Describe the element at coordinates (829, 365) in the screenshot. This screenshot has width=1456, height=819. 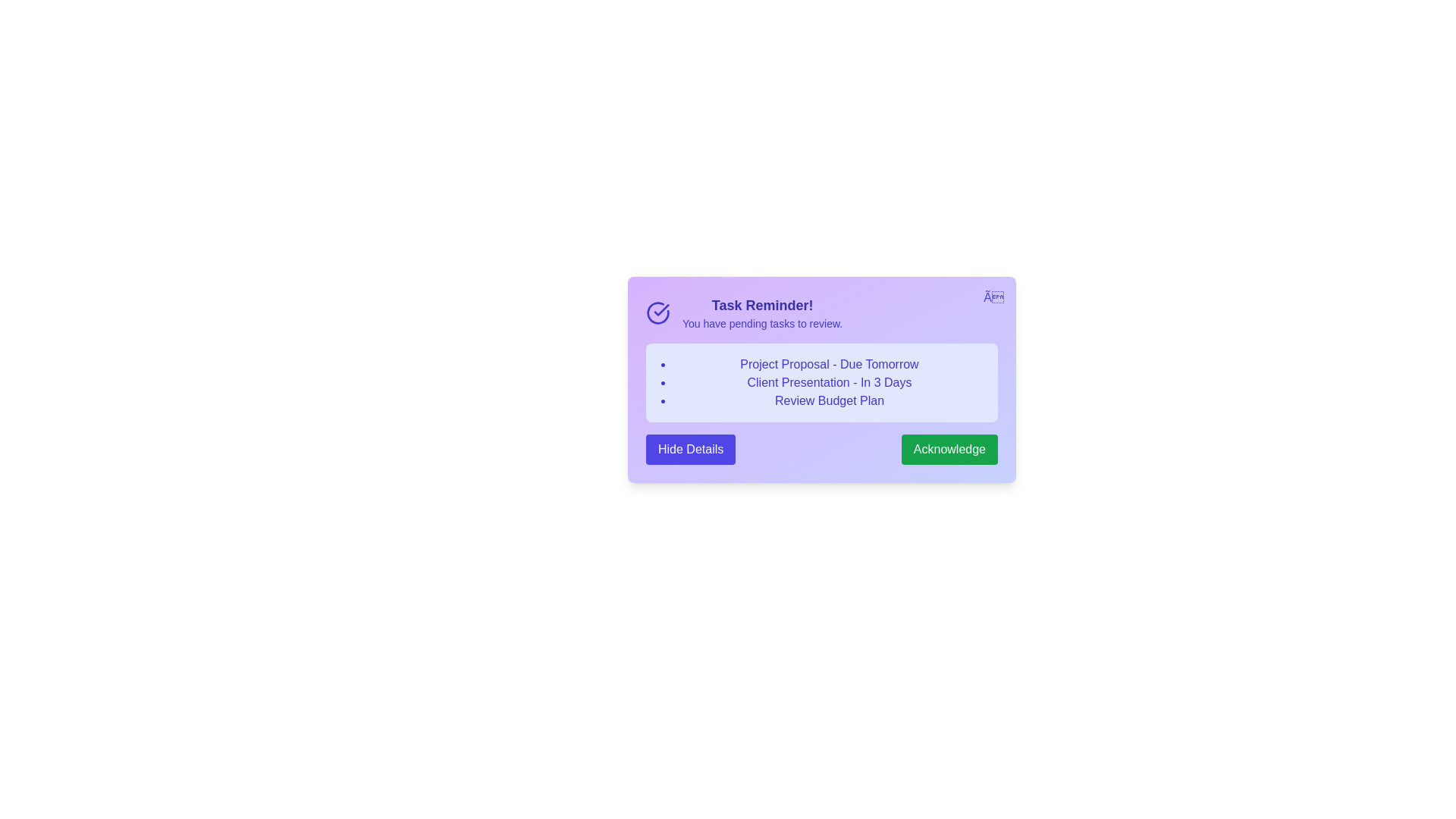
I see `the task title 'Project Proposal - Due Tomorrow' for interaction` at that location.